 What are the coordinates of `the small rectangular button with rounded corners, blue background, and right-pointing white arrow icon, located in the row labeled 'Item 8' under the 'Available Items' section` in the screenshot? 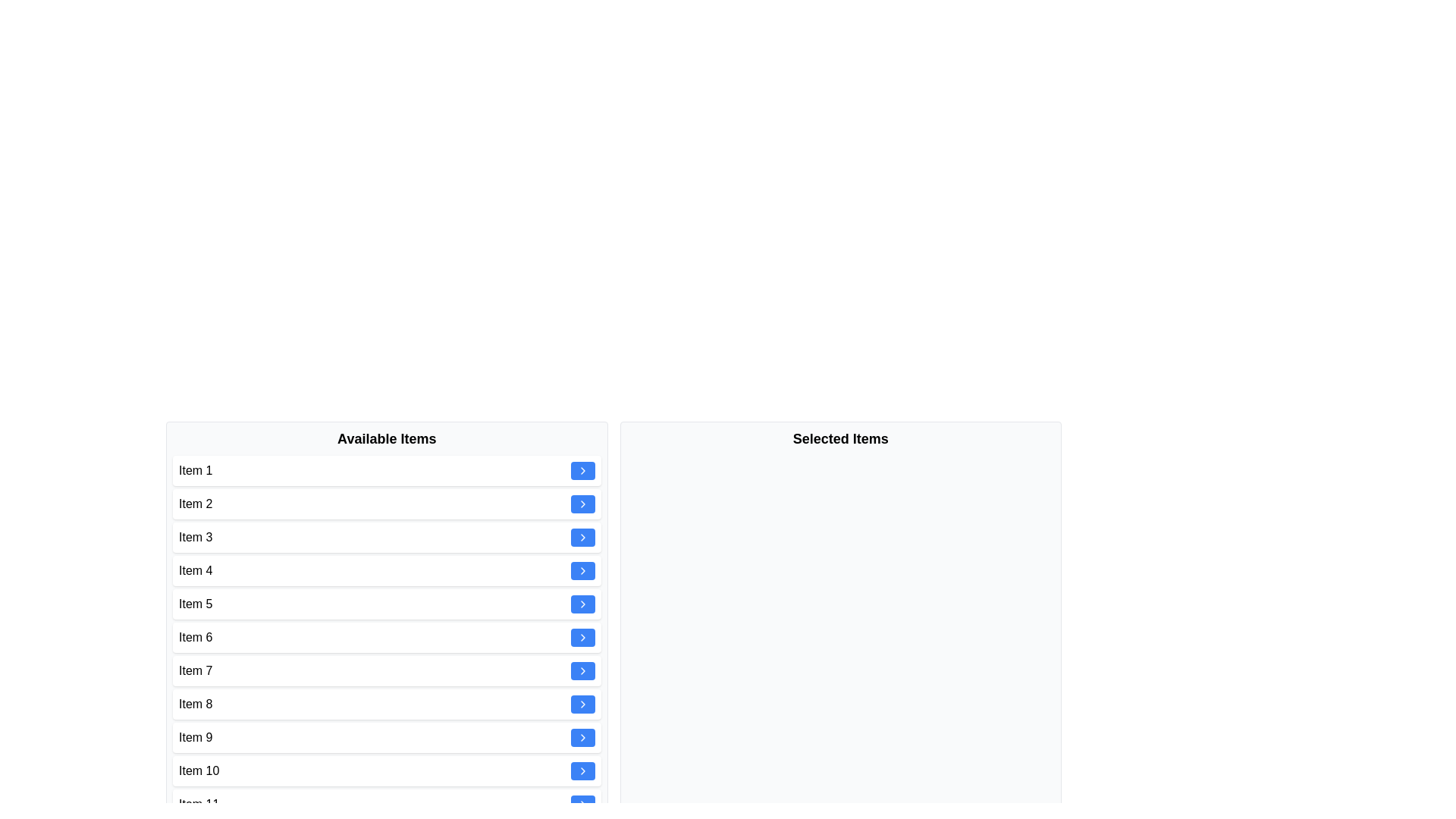 It's located at (582, 704).